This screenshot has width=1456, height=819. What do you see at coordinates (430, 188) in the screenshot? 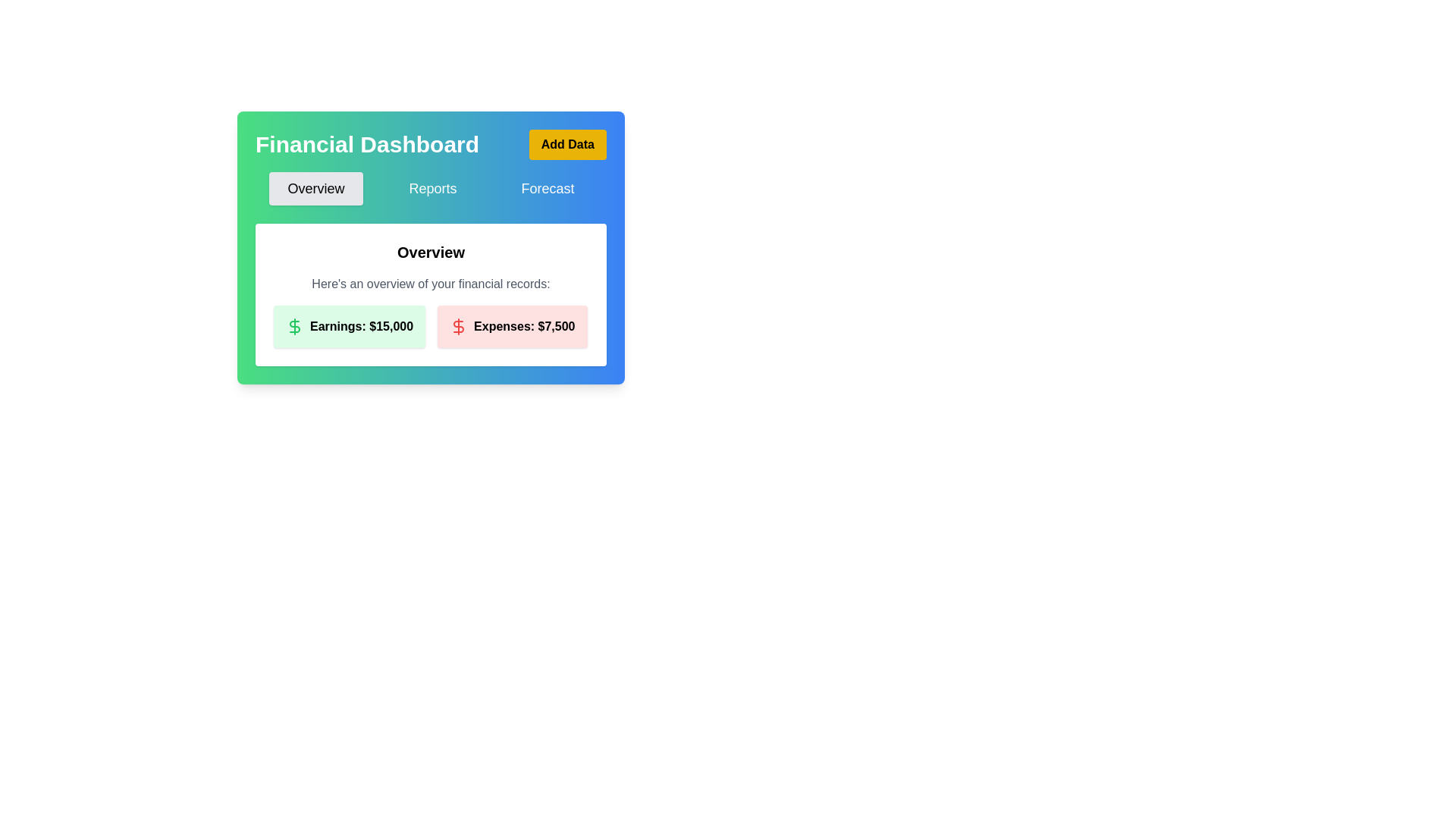
I see `the individual tab in the Tab navigation bar` at bounding box center [430, 188].